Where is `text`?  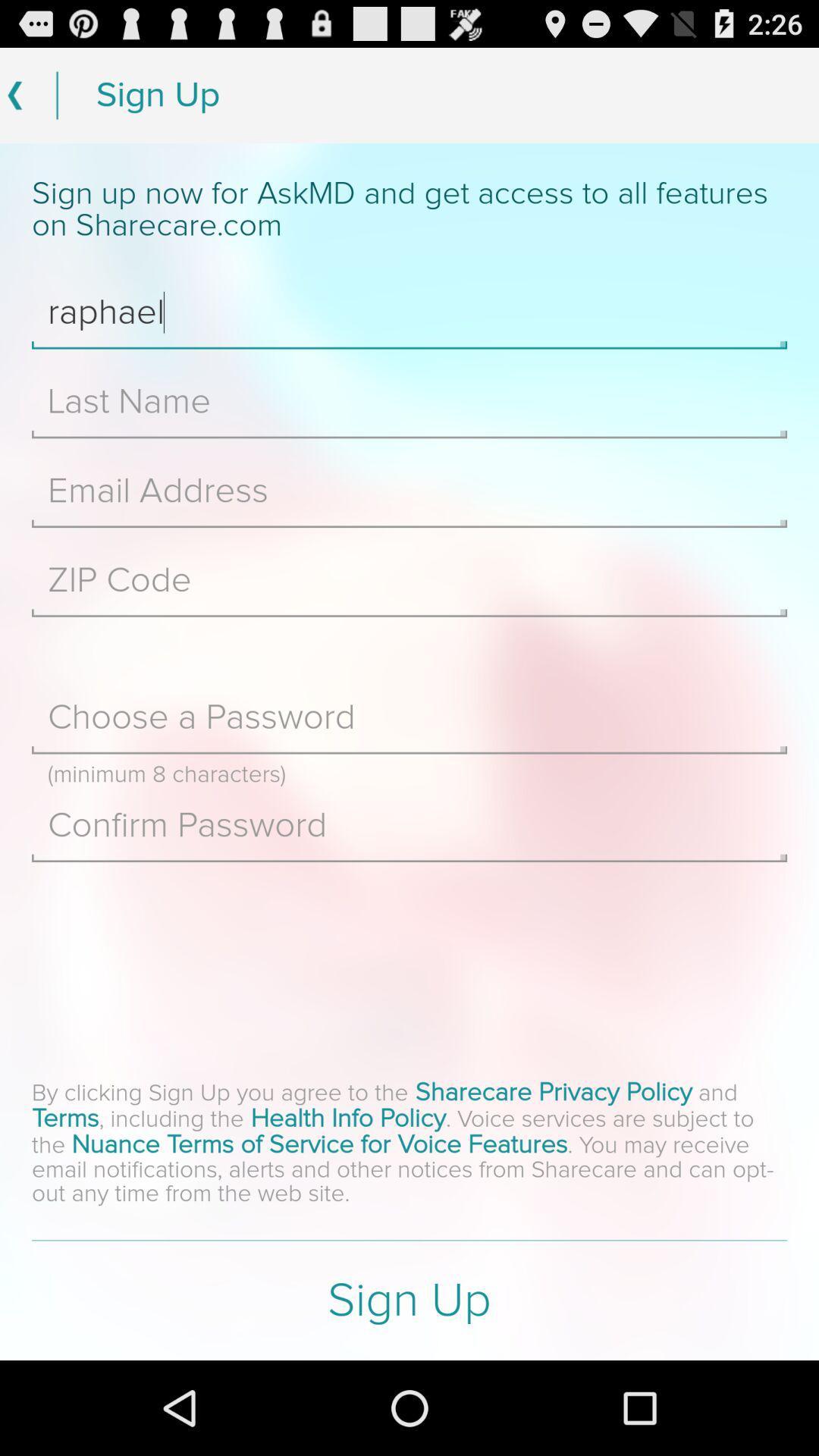
text is located at coordinates (409, 579).